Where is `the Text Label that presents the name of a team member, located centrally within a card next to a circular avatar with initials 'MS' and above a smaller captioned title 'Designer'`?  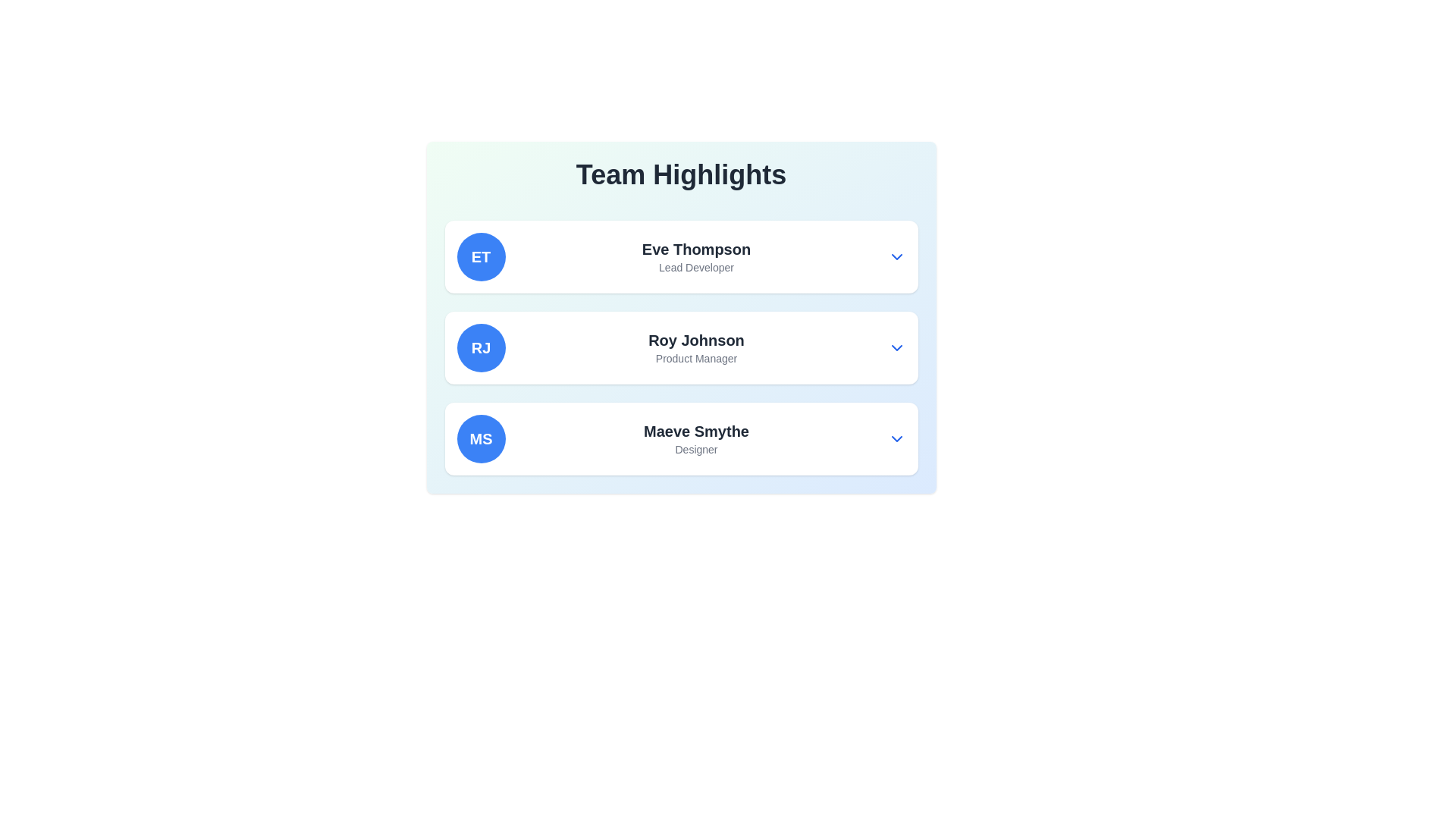 the Text Label that presents the name of a team member, located centrally within a card next to a circular avatar with initials 'MS' and above a smaller captioned title 'Designer' is located at coordinates (695, 431).